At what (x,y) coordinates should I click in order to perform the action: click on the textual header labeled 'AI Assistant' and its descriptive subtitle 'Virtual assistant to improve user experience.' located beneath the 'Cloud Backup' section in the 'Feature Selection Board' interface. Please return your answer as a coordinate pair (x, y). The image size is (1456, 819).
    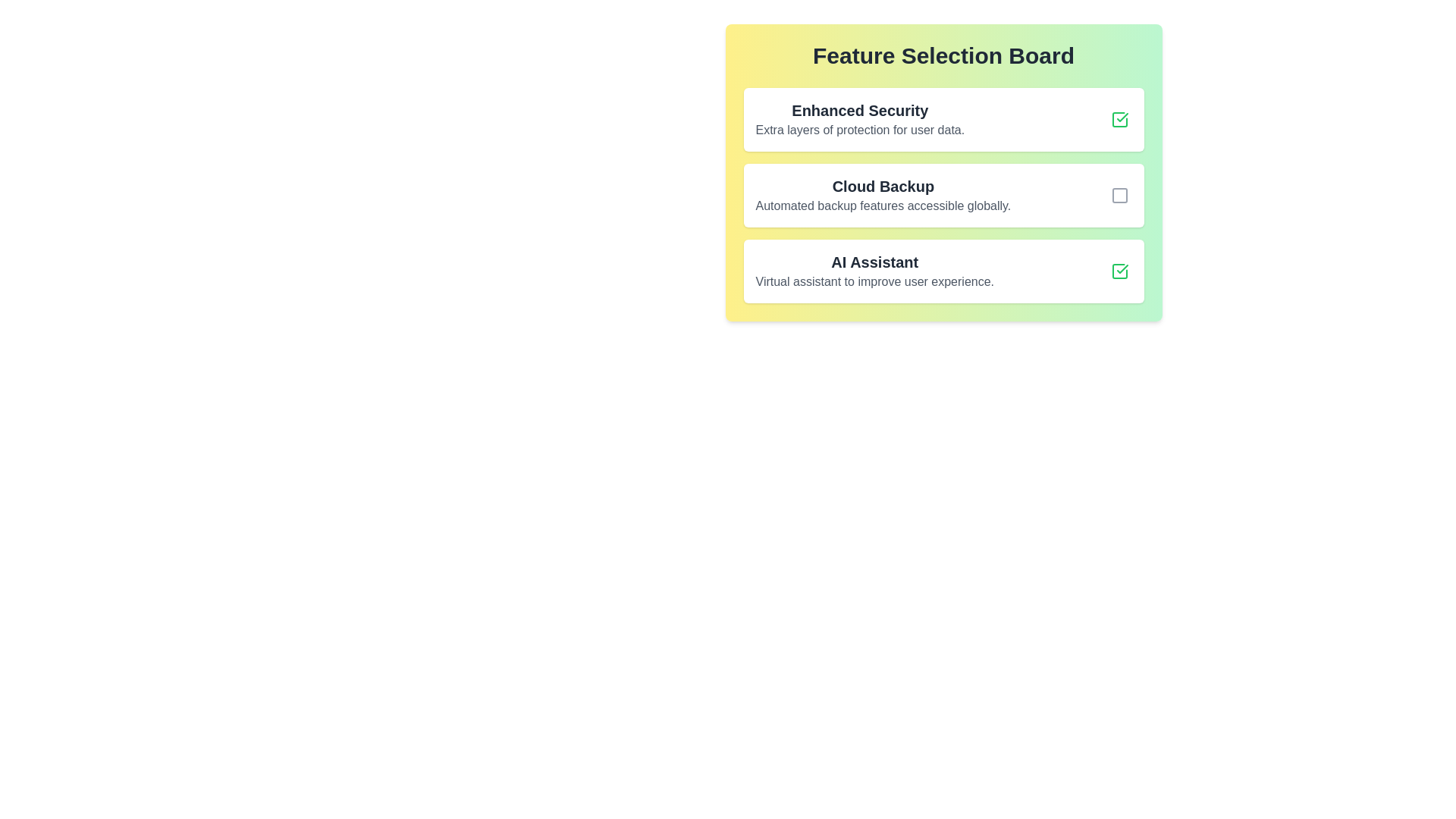
    Looking at the image, I should click on (874, 271).